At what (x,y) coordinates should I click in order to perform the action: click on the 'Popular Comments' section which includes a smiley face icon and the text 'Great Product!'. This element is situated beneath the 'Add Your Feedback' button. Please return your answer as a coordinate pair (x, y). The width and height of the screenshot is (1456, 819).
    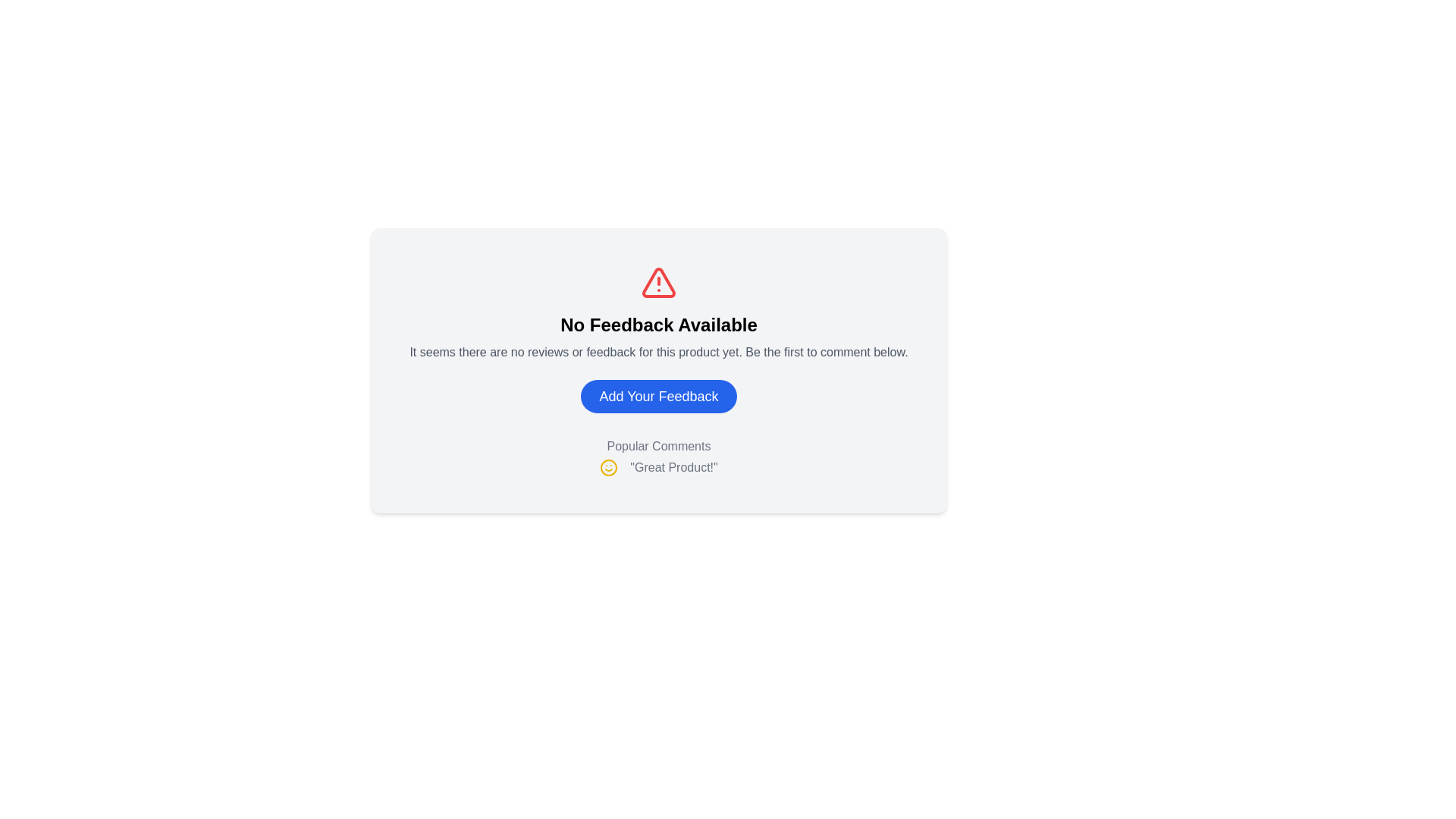
    Looking at the image, I should click on (658, 456).